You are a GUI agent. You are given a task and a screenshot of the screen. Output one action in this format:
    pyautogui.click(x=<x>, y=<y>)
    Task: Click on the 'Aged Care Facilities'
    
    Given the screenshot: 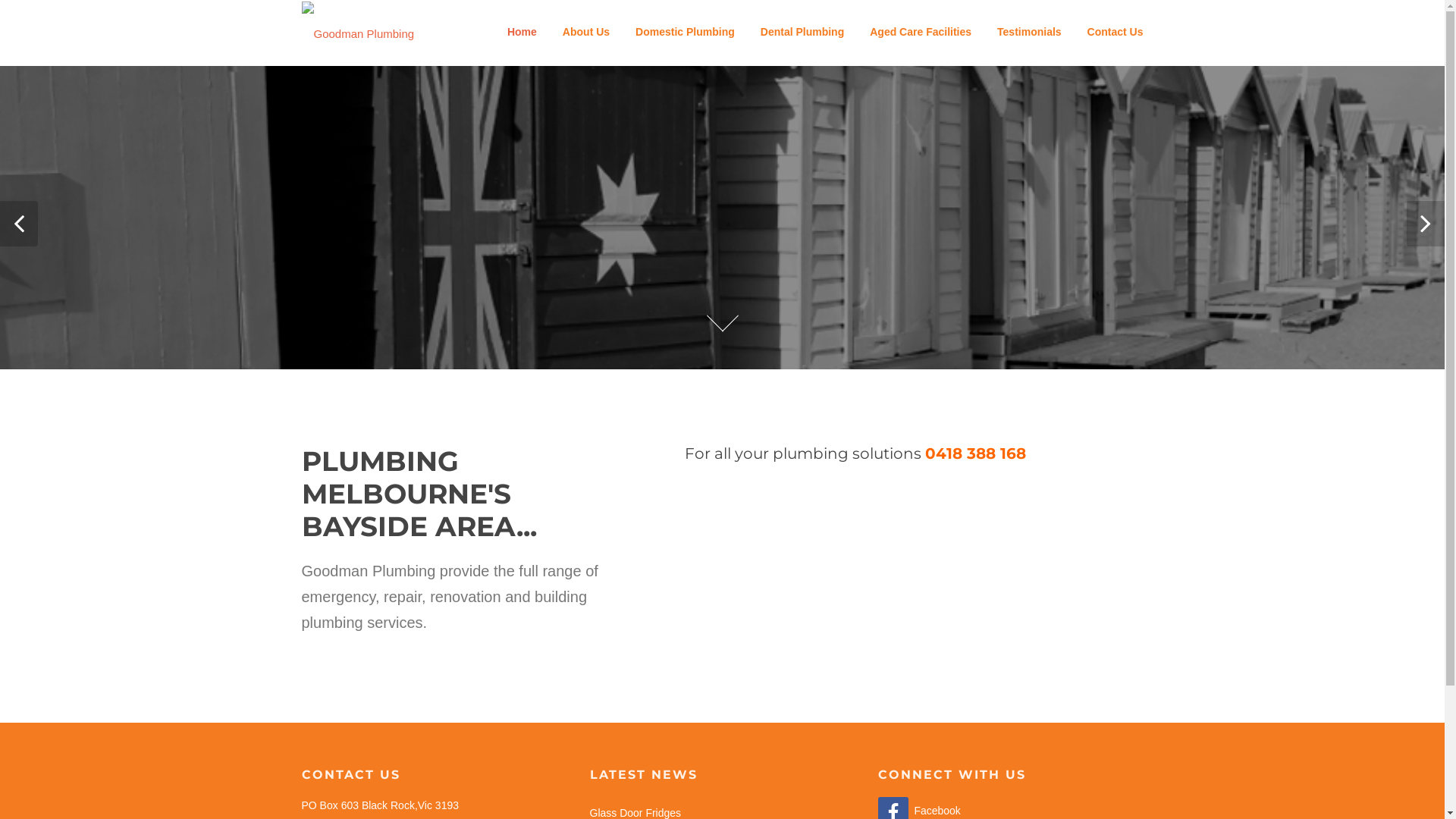 What is the action you would take?
    pyautogui.click(x=920, y=32)
    